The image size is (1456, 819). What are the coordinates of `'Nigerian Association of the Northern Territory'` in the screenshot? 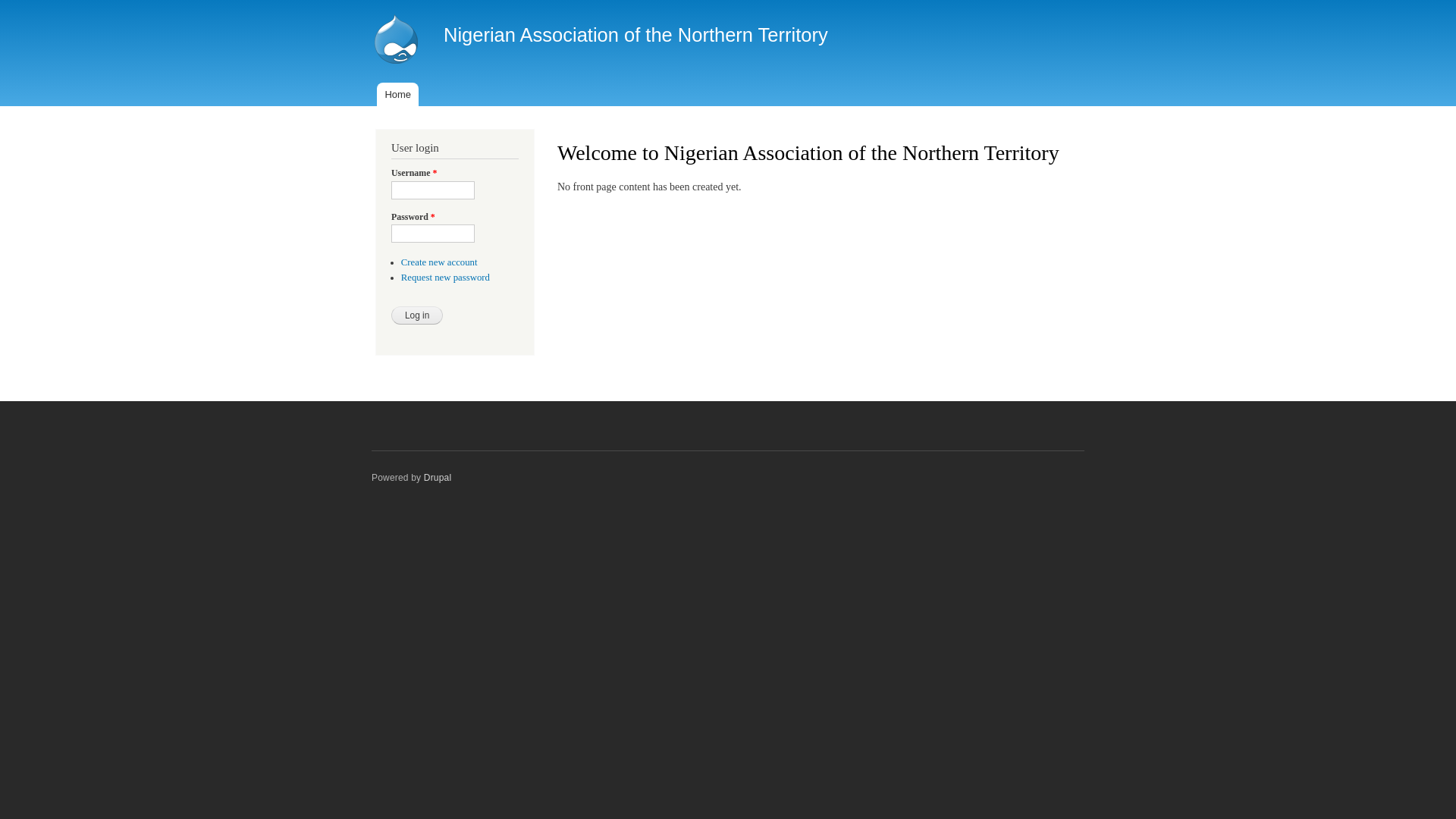 It's located at (635, 34).